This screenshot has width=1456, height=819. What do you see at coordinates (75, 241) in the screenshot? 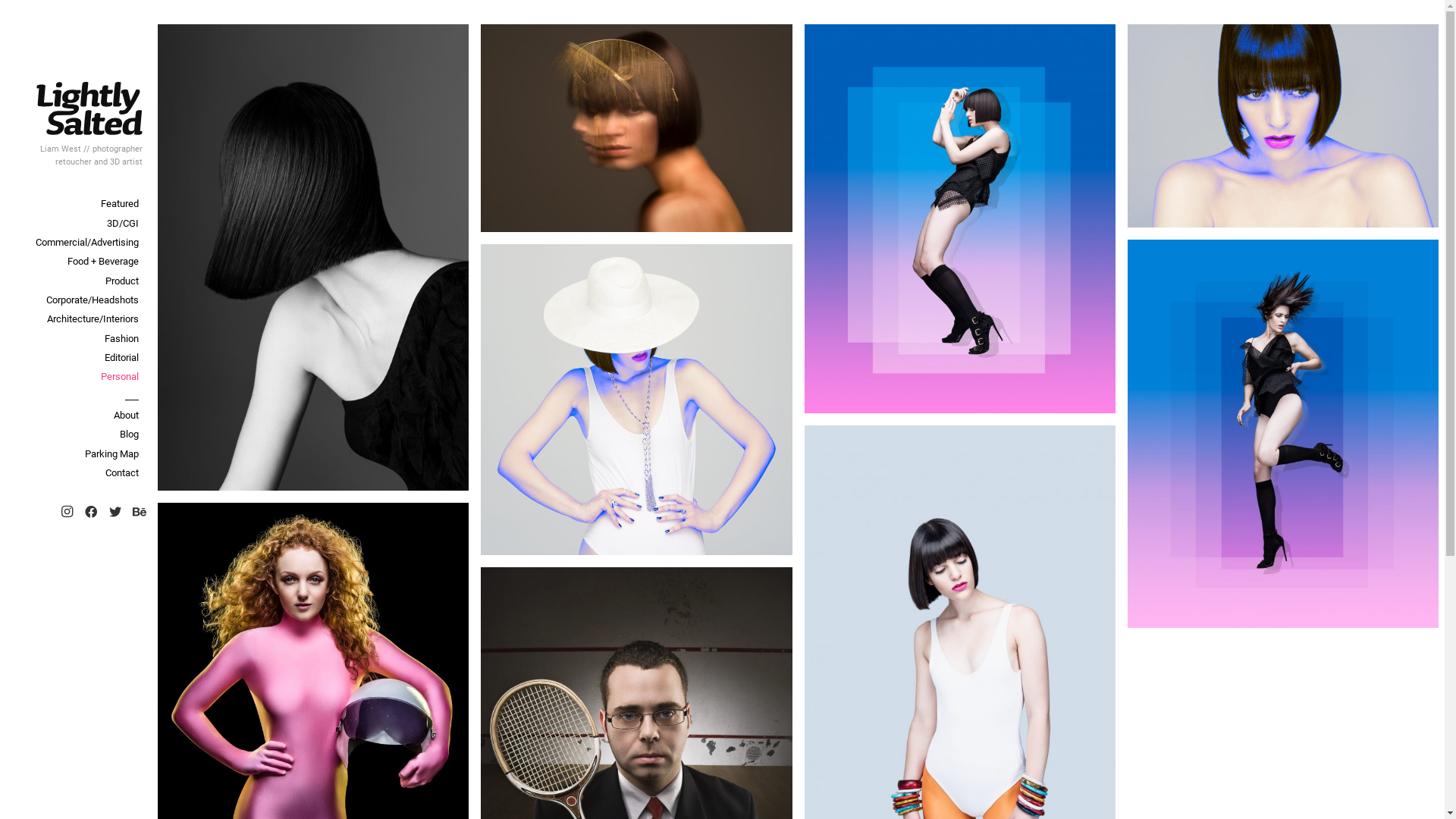
I see `'Commercial/Advertising'` at bounding box center [75, 241].